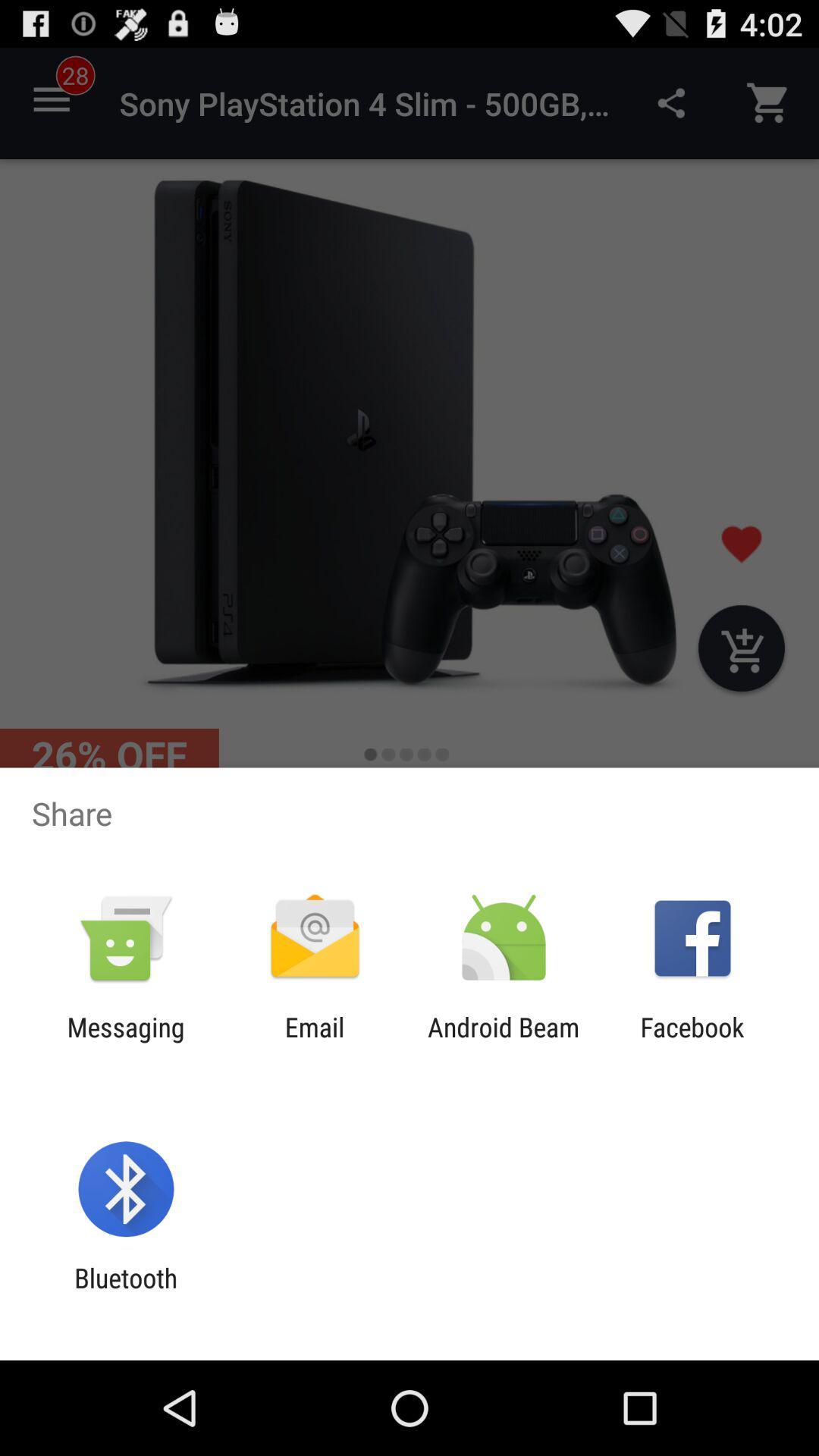  I want to click on android beam icon, so click(504, 1042).